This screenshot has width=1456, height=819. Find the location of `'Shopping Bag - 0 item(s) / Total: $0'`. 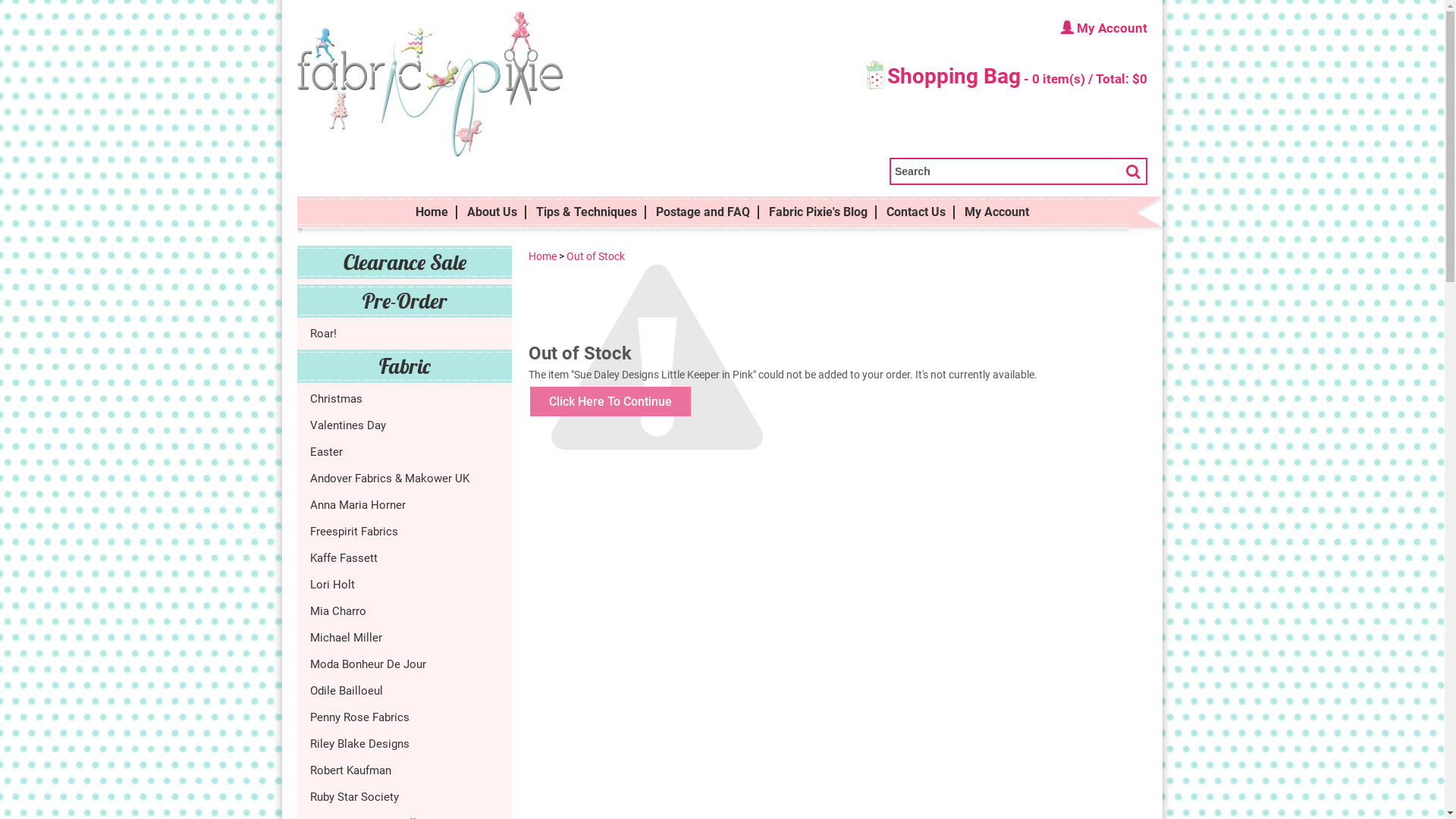

'Shopping Bag - 0 item(s) / Total: $0' is located at coordinates (1006, 78).